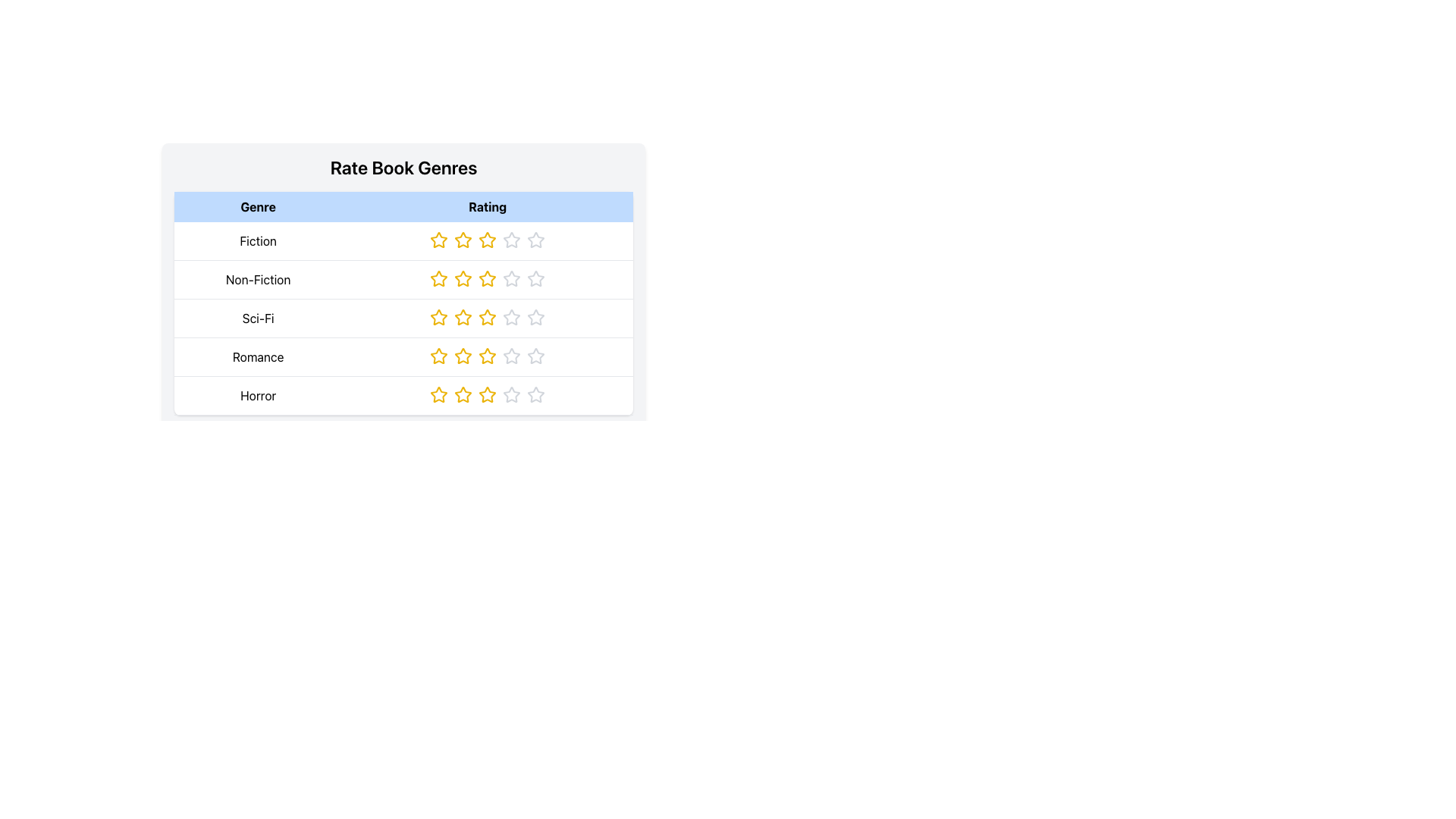 Image resolution: width=1456 pixels, height=819 pixels. What do you see at coordinates (258, 318) in the screenshot?
I see `the static text label representing the 'Sci-Fi' genre in the rating system, located in the third row of the table under the 'Genre' column header` at bounding box center [258, 318].